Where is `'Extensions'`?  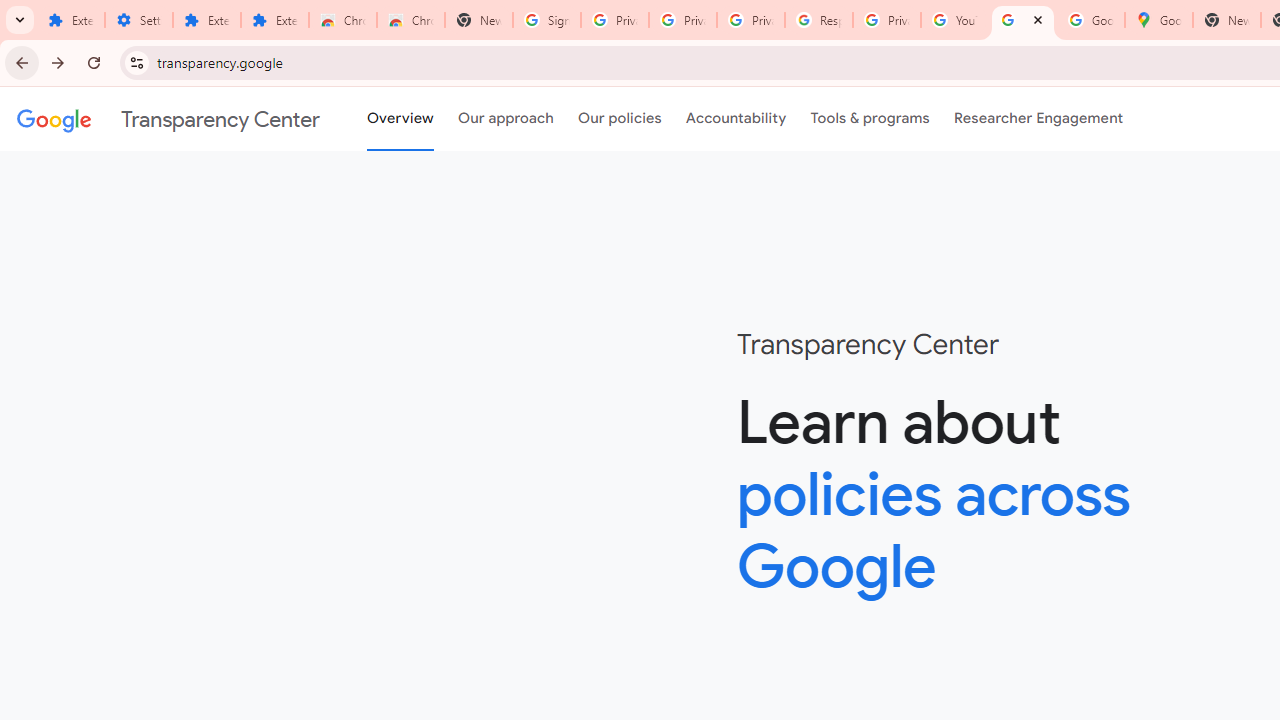 'Extensions' is located at coordinates (206, 20).